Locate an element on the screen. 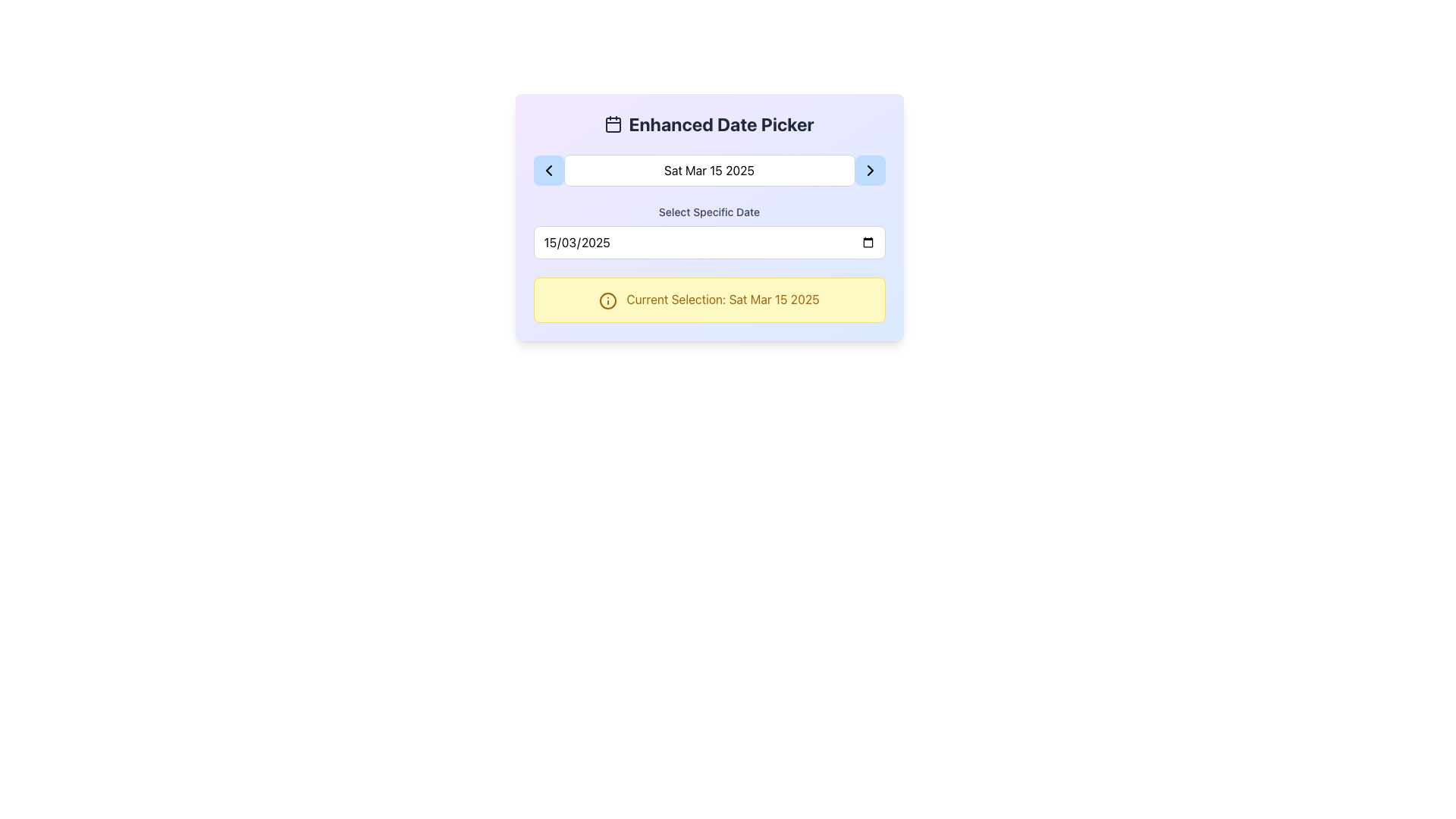  date displayed in the text box that shows 'Sat Mar 15 2025', which is styled with a white background and gray border, located at the center of the date picker interface is located at coordinates (708, 170).